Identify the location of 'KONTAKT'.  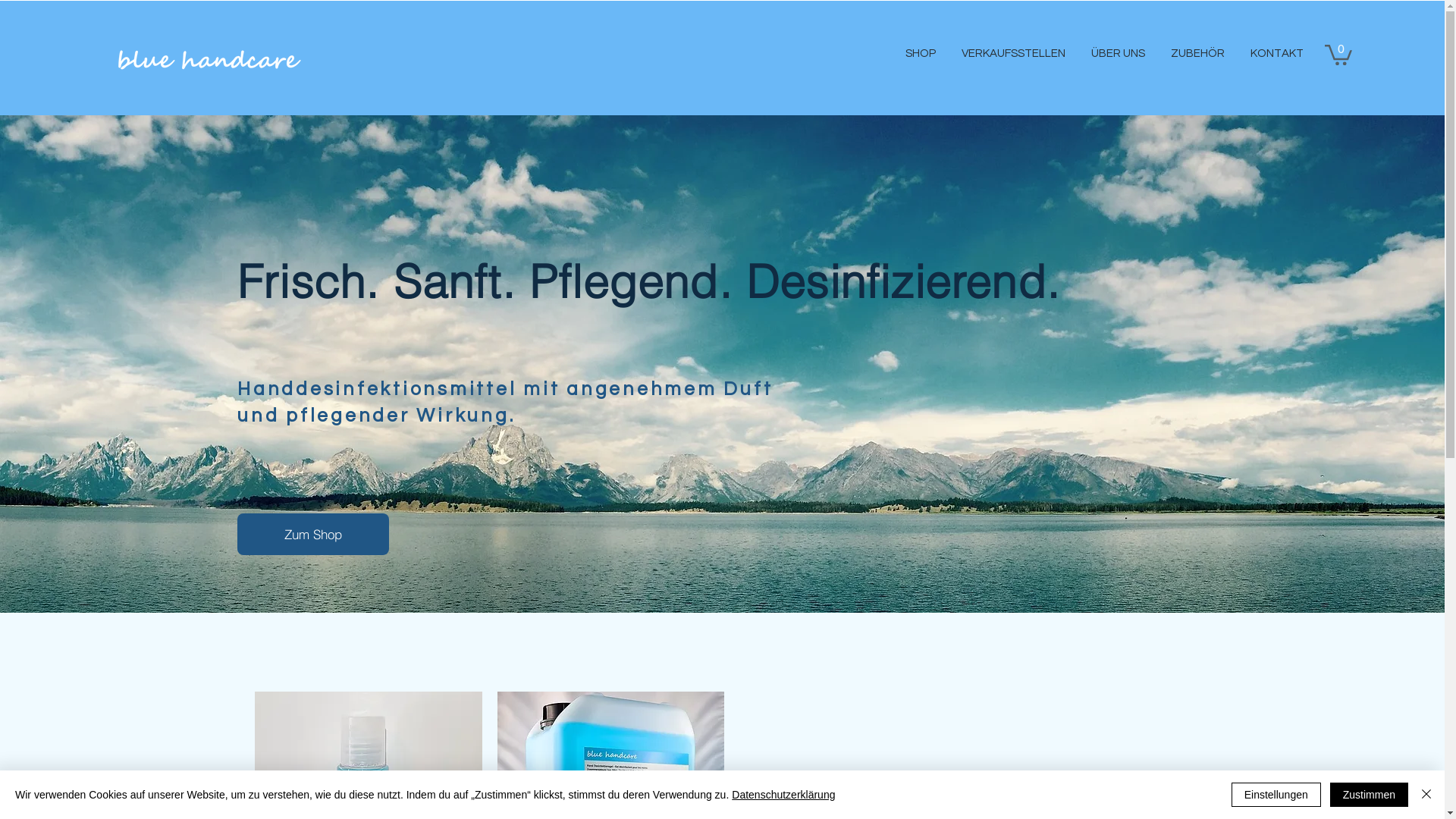
(1274, 52).